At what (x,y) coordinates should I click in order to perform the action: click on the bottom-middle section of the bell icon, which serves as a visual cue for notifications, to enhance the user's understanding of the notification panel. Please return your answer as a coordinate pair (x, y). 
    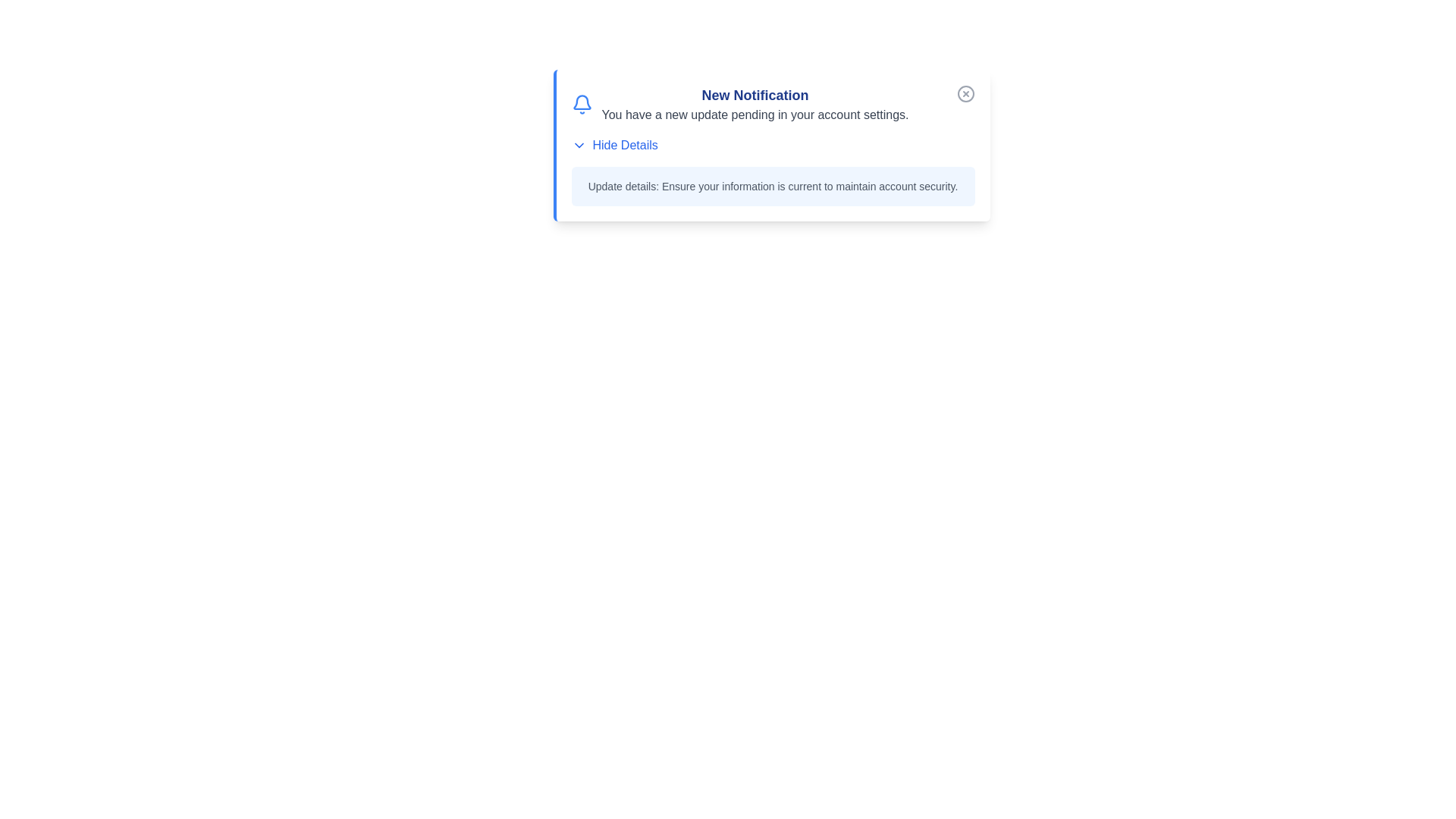
    Looking at the image, I should click on (581, 102).